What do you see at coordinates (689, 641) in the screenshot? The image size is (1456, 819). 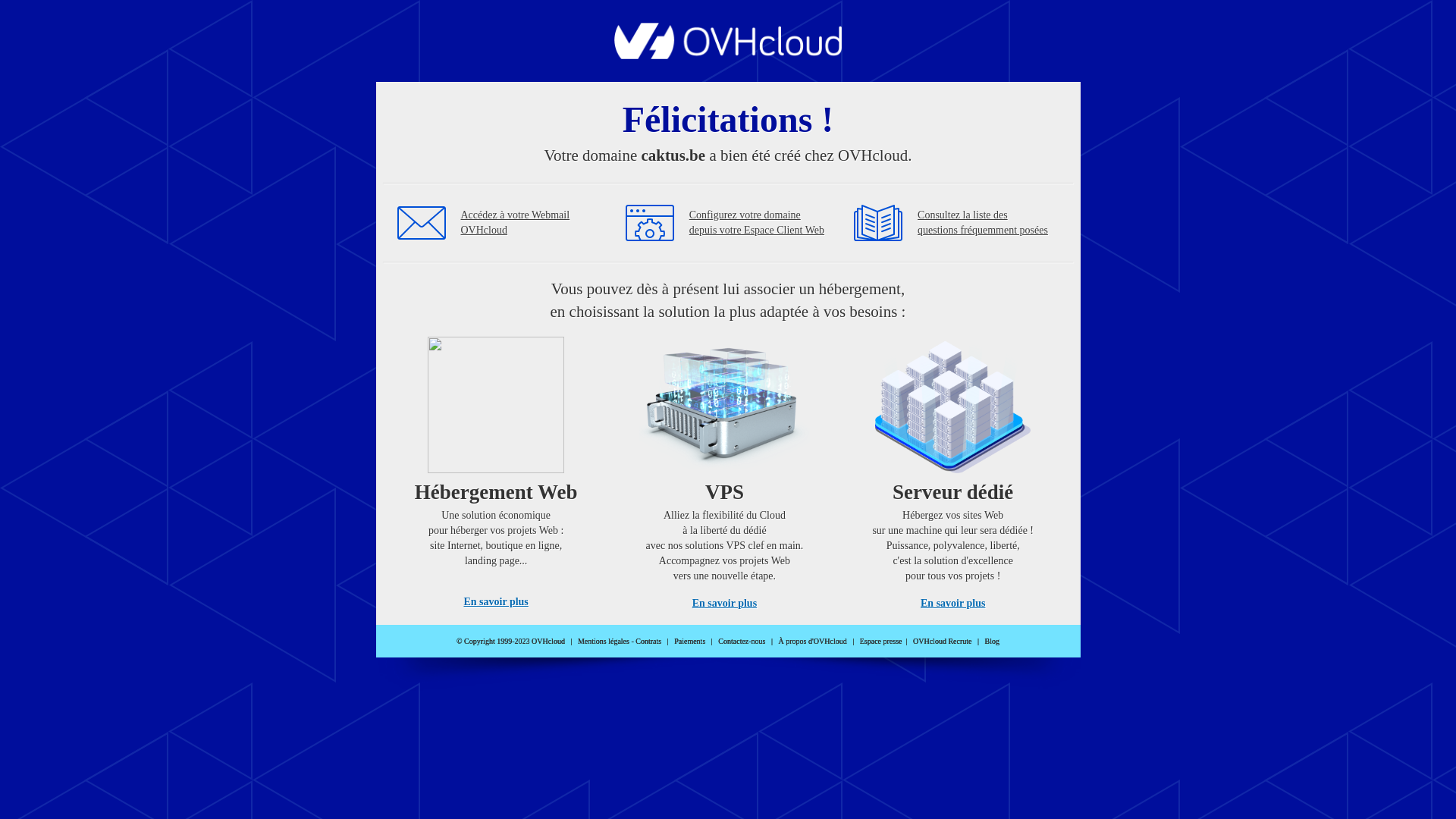 I see `'Paiements'` at bounding box center [689, 641].